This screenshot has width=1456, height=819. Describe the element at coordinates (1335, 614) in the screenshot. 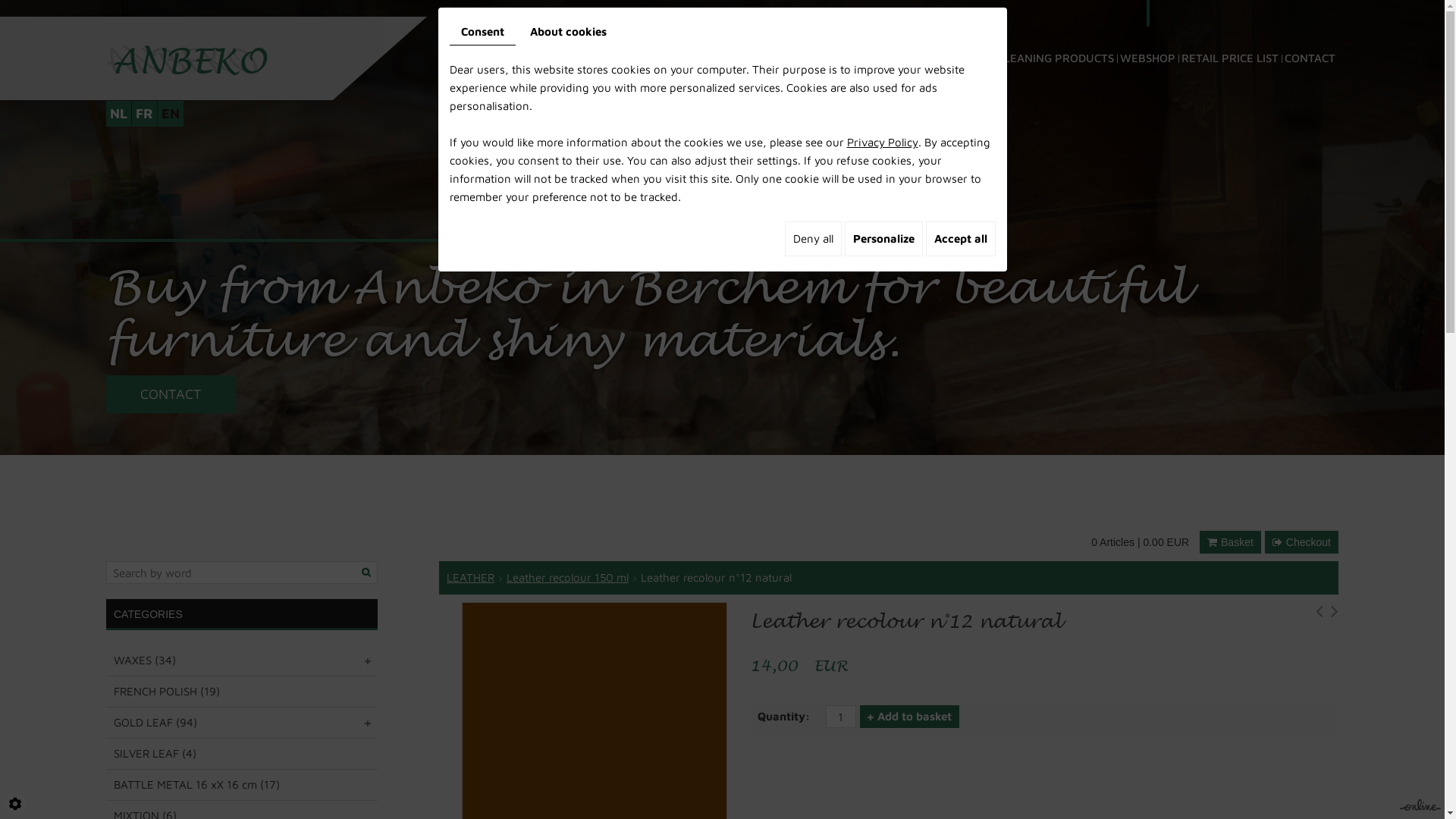

I see `'Next'` at that location.